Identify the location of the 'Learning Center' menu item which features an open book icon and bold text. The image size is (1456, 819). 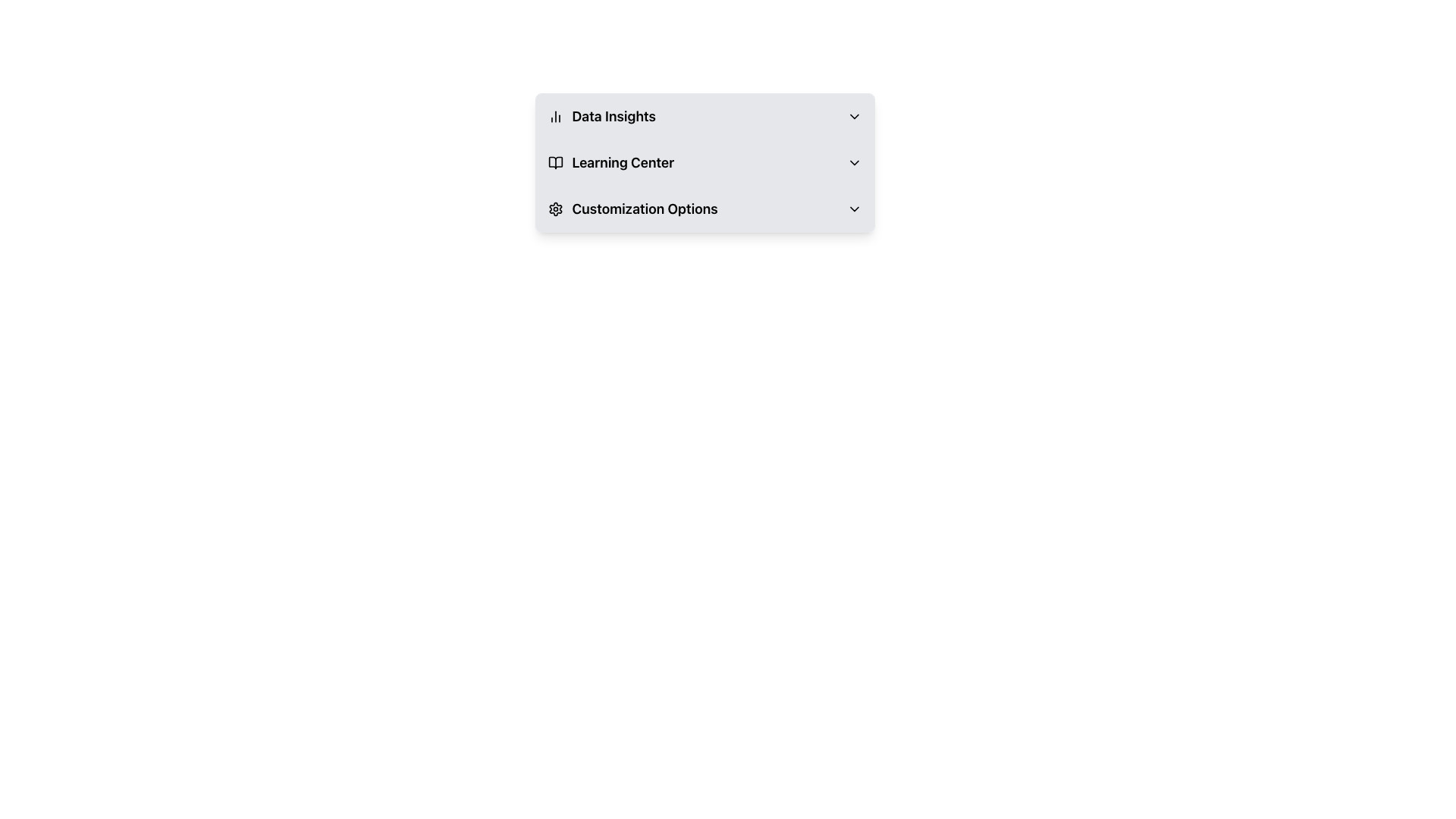
(610, 163).